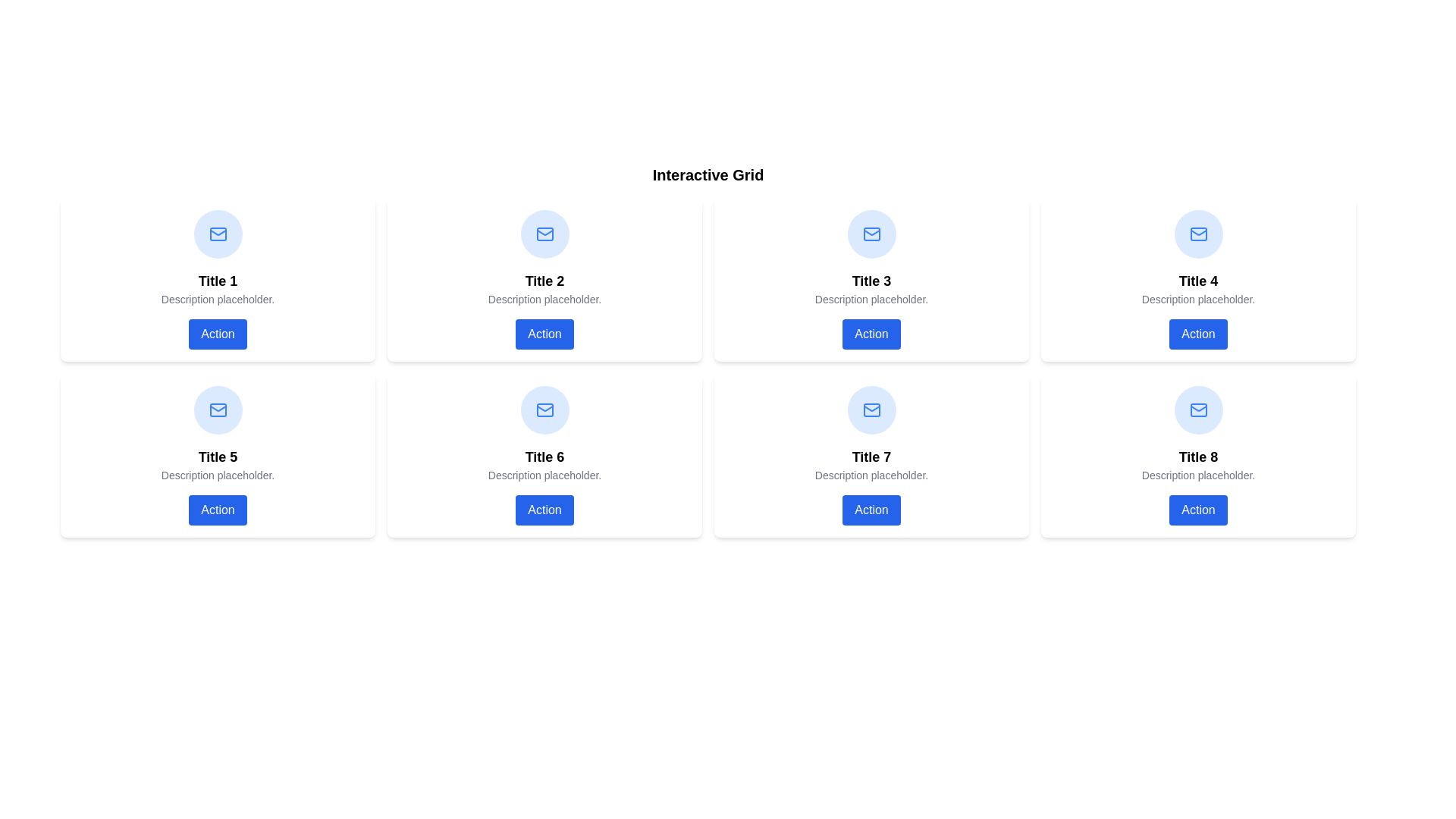  Describe the element at coordinates (544, 409) in the screenshot. I see `the mail icon located at the center of the panel labeled 'Title 6', which is in the second row, third column of the grid layout` at that location.